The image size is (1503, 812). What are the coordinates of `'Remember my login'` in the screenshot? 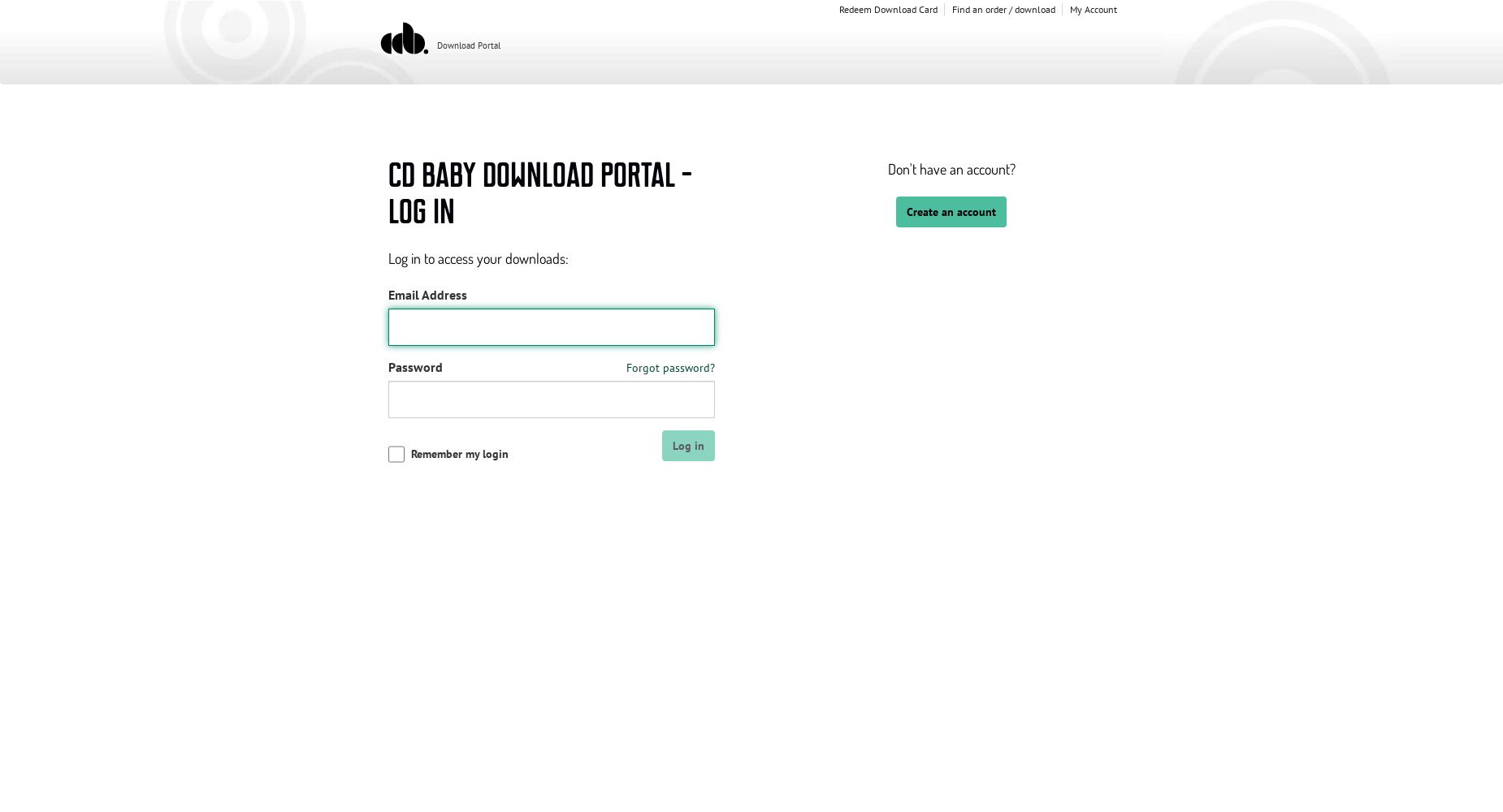 It's located at (458, 454).